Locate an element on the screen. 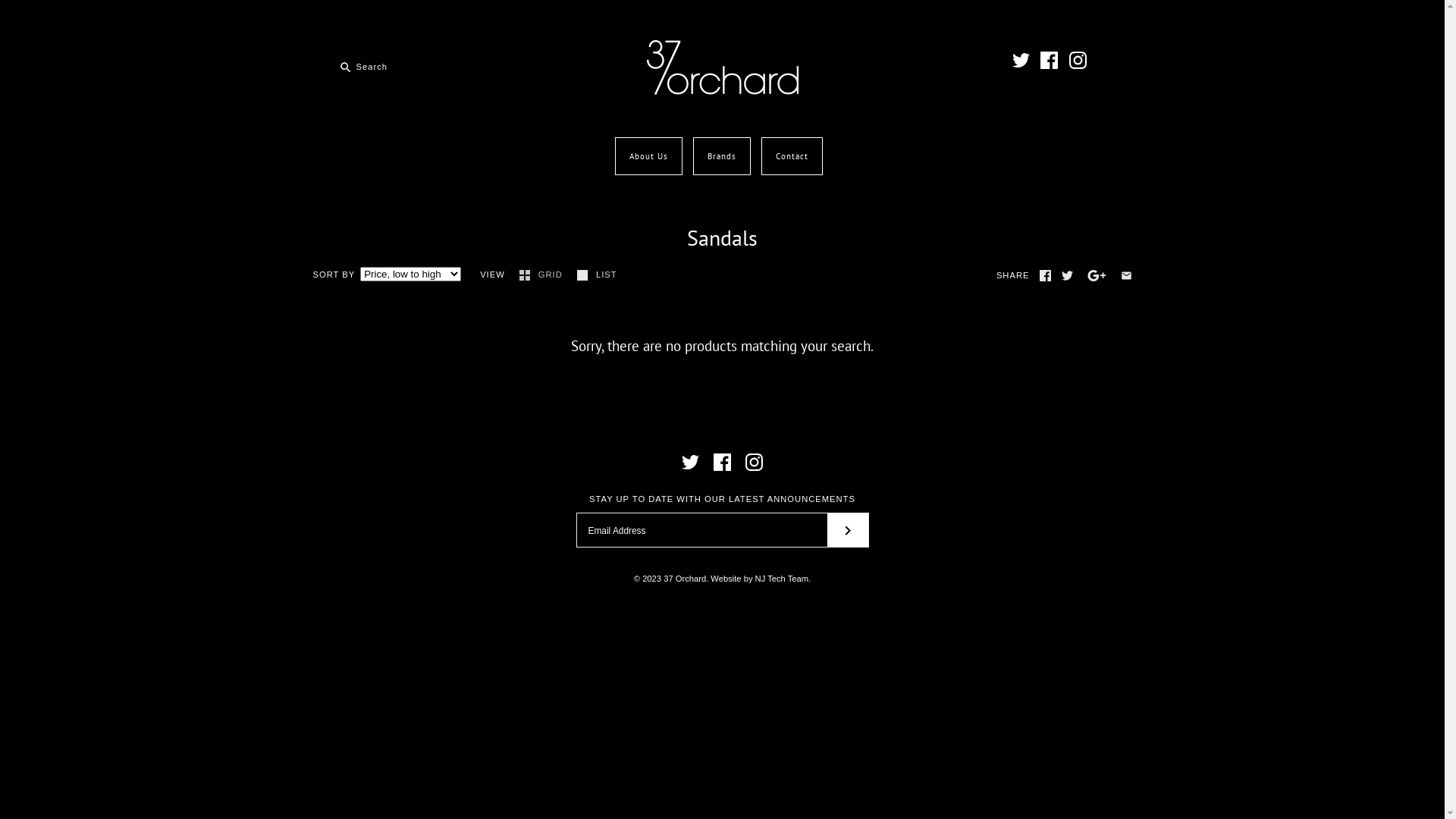  'Twitter' is located at coordinates (1061, 275).